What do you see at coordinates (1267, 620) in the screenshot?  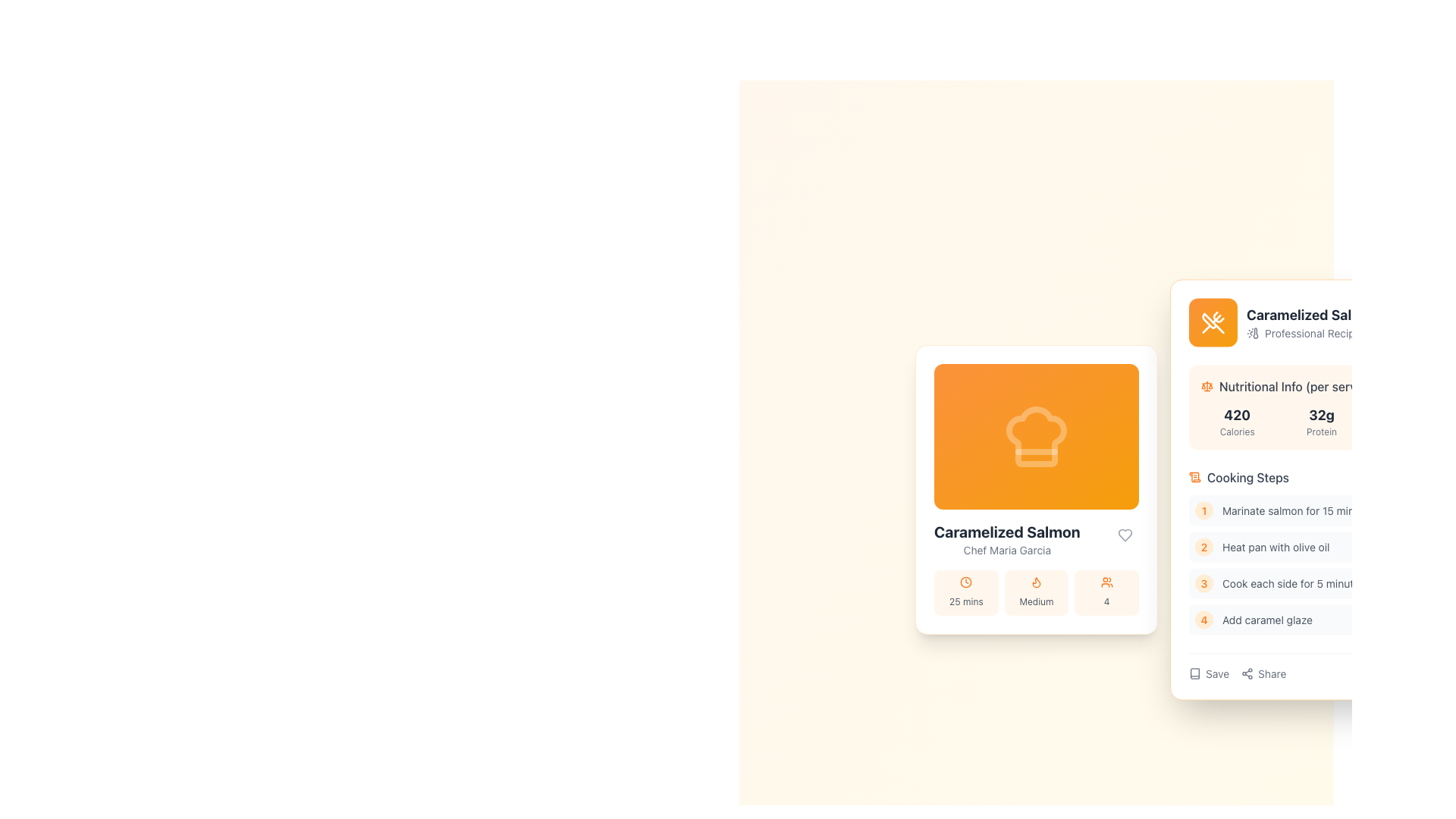 I see `text displayed as 'Add caramel glaze', which is a small-sized gray font text aligned to the left, located towards the right side of the interface and nested within a cooking step block` at bounding box center [1267, 620].